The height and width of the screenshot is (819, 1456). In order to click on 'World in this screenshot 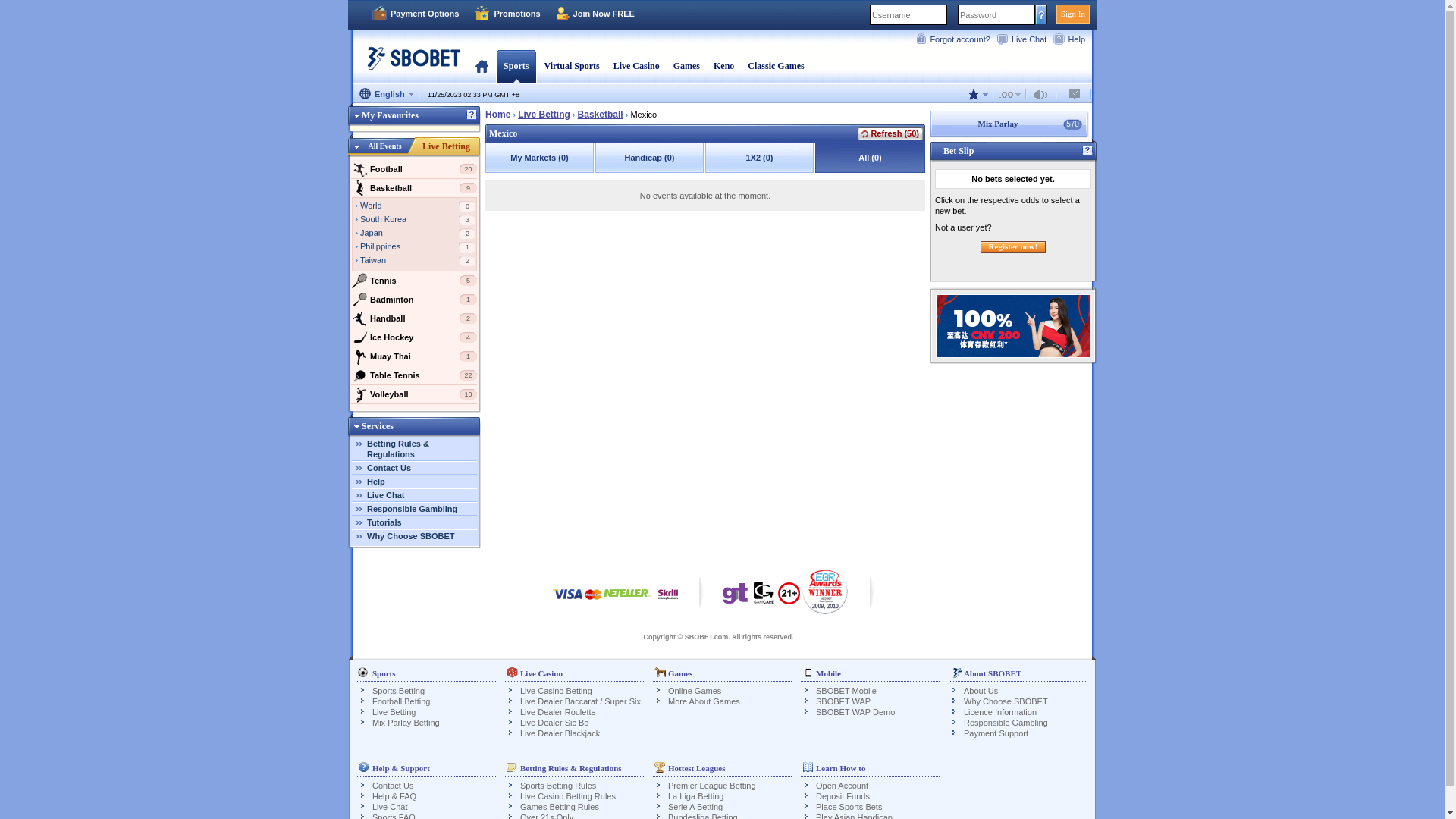, I will do `click(418, 207)`.